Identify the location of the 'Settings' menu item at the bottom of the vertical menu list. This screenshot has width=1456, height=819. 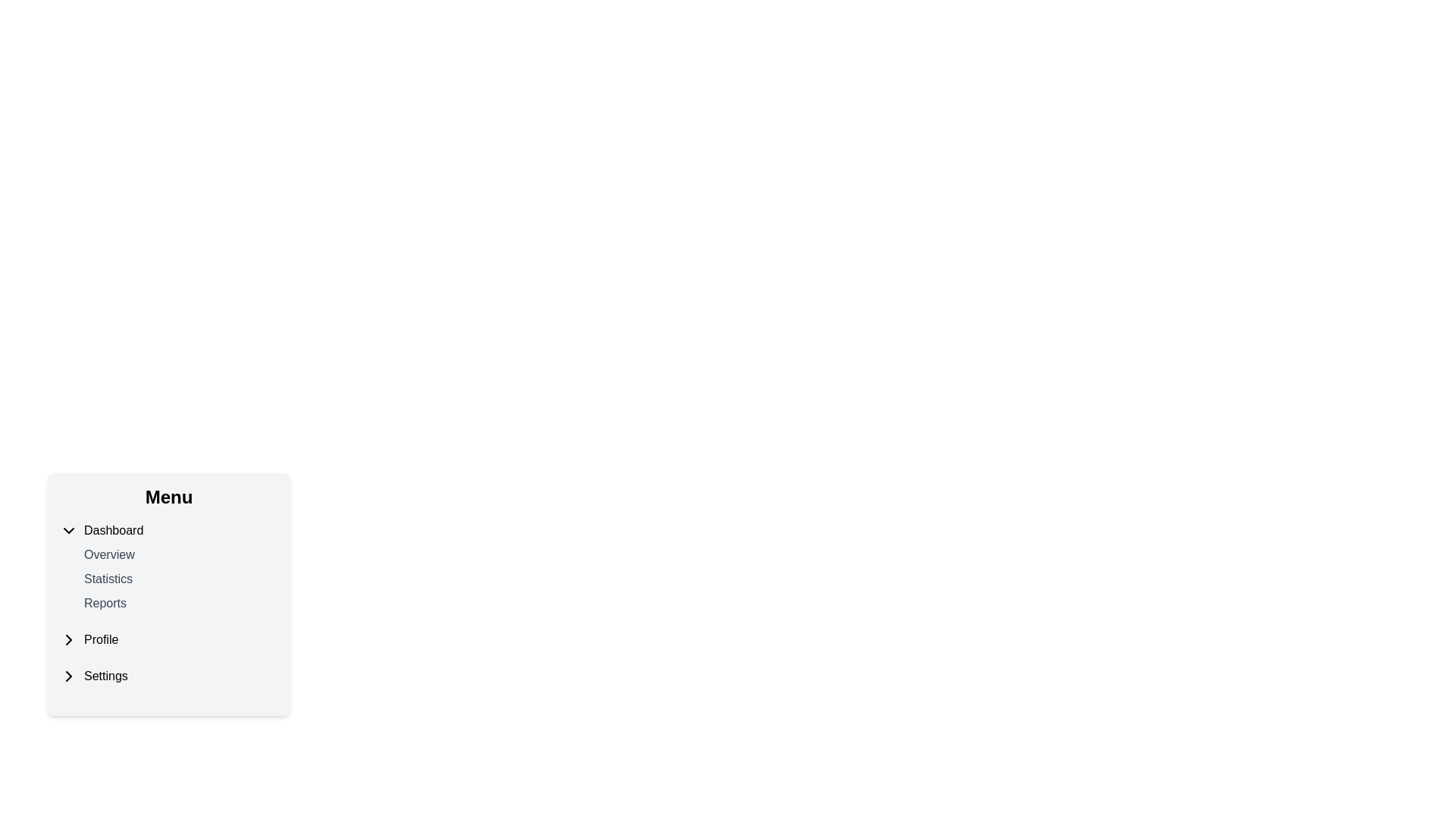
(168, 675).